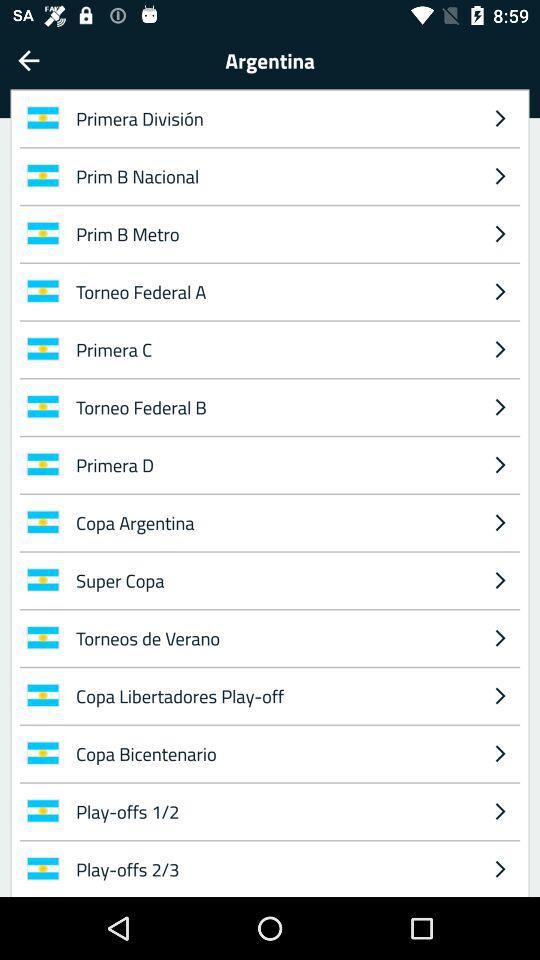 Image resolution: width=540 pixels, height=960 pixels. I want to click on item below the primera d, so click(499, 521).